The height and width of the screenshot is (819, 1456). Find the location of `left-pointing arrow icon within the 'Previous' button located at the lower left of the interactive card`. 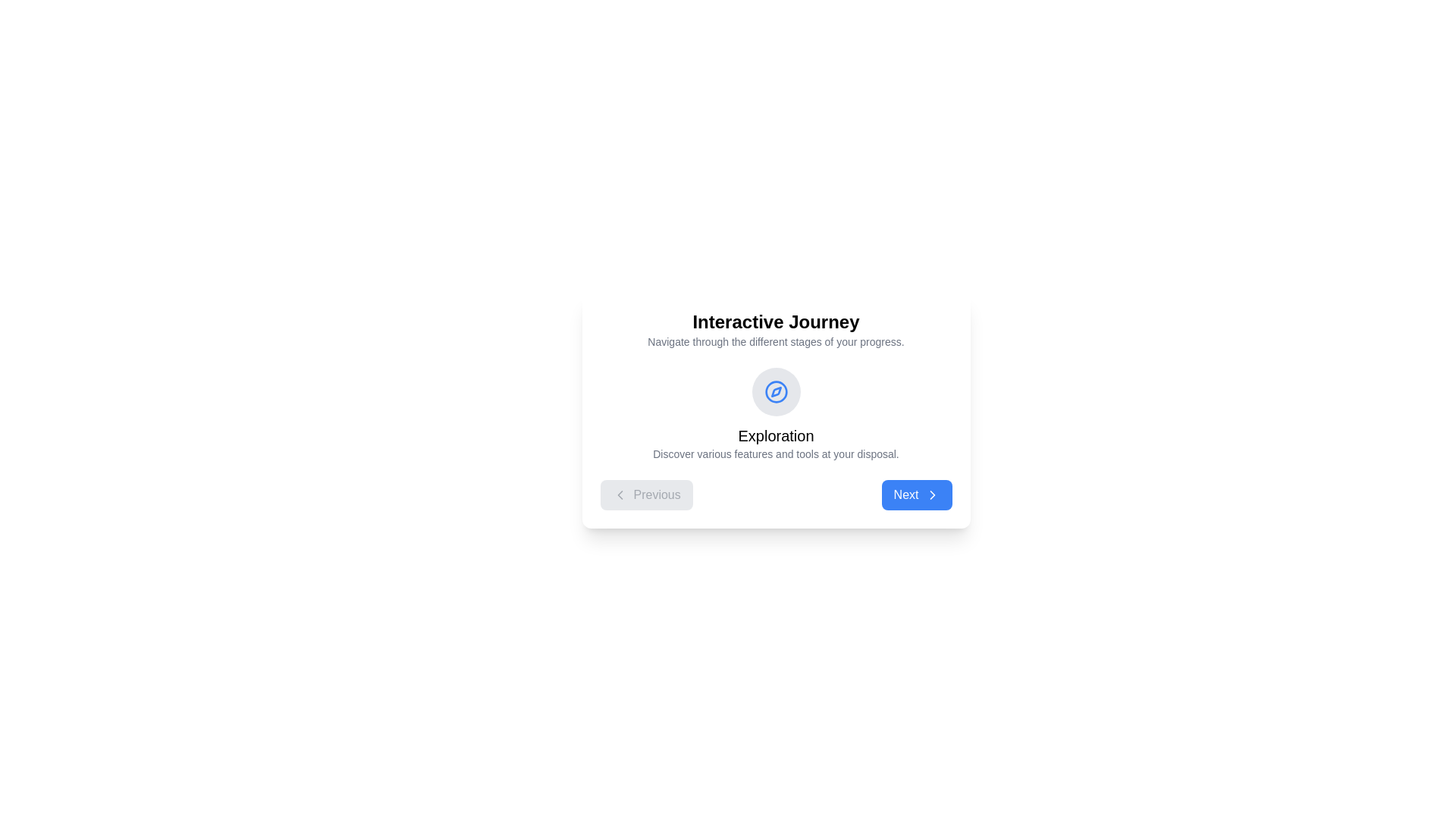

left-pointing arrow icon within the 'Previous' button located at the lower left of the interactive card is located at coordinates (620, 494).